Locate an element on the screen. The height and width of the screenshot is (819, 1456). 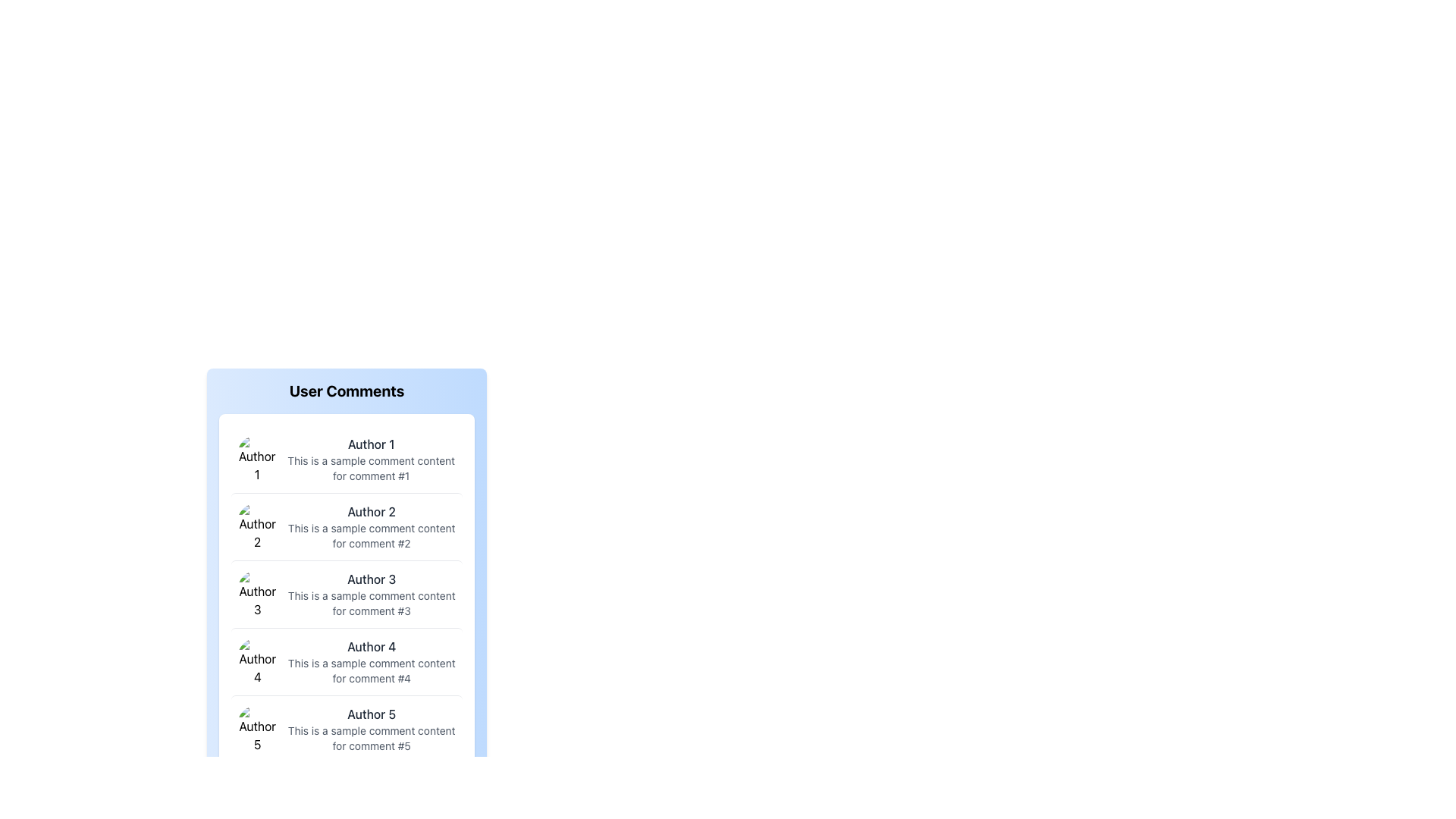
the image representing 'Author 5', located on the bottom-most row of user comments, next to the author's textual details is located at coordinates (257, 728).